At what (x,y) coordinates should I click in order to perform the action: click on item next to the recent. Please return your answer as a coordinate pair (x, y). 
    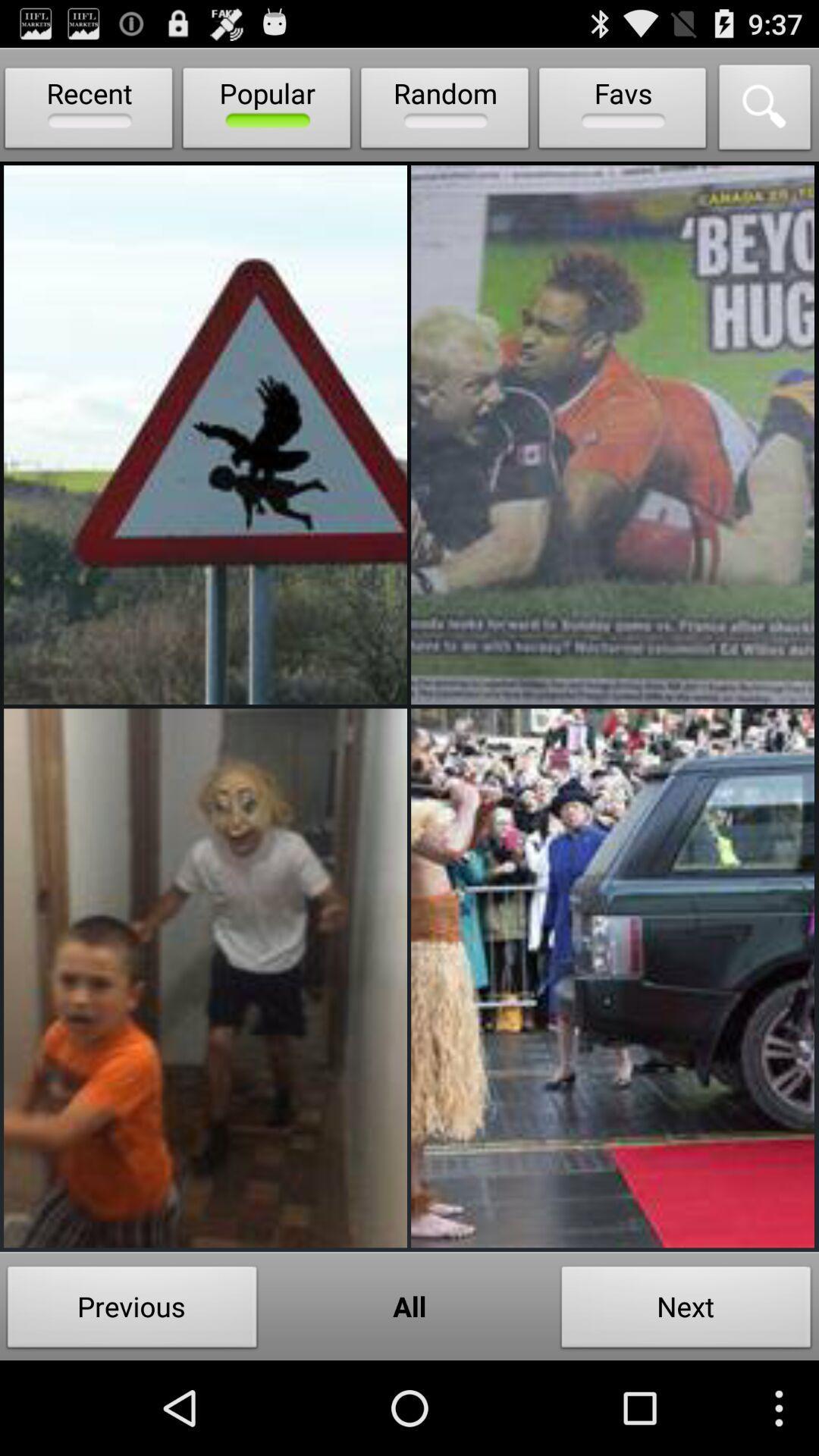
    Looking at the image, I should click on (266, 111).